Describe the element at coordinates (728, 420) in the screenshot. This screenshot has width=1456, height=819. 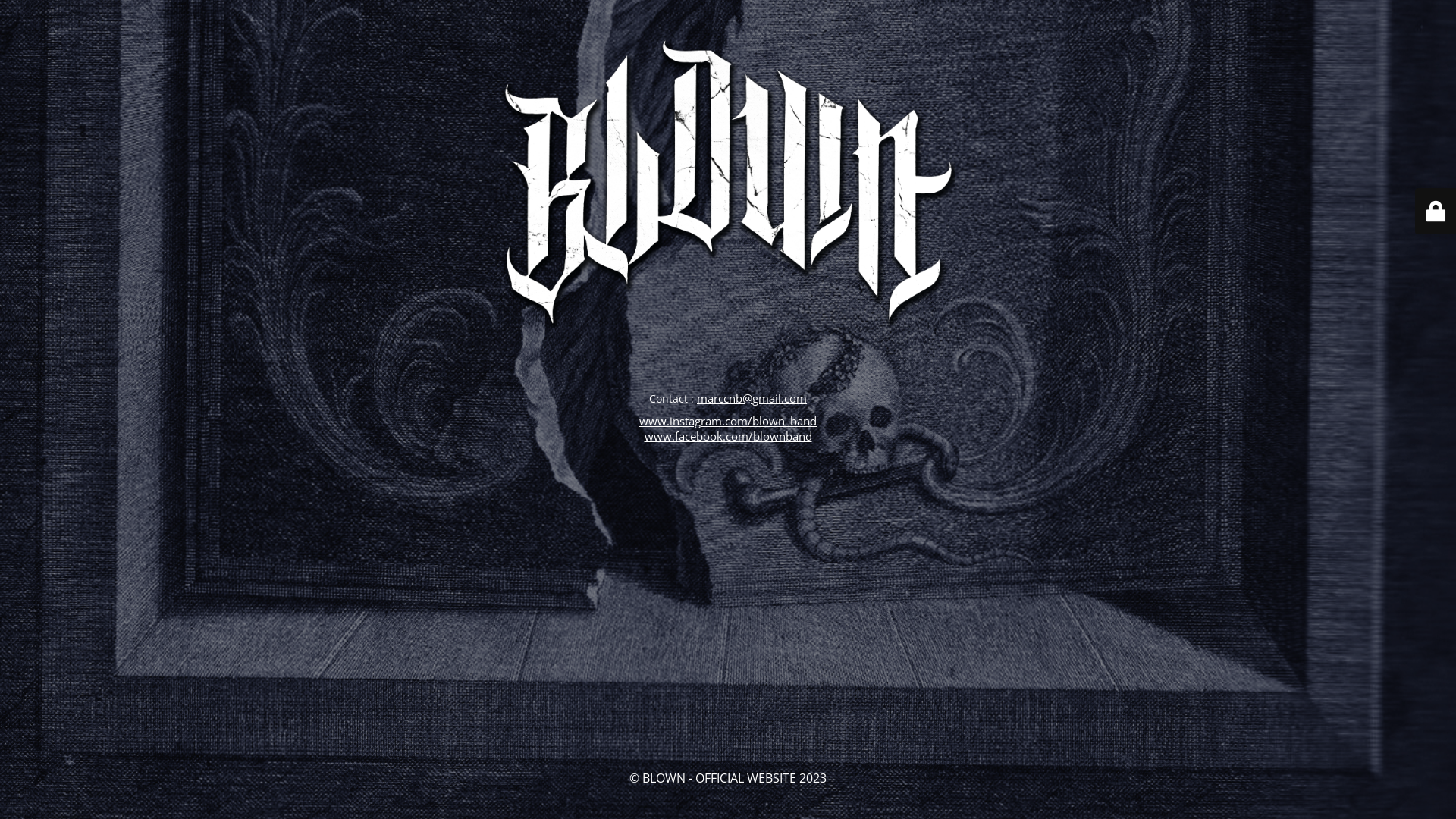
I see `'www.instagram.com/blown_band'` at that location.